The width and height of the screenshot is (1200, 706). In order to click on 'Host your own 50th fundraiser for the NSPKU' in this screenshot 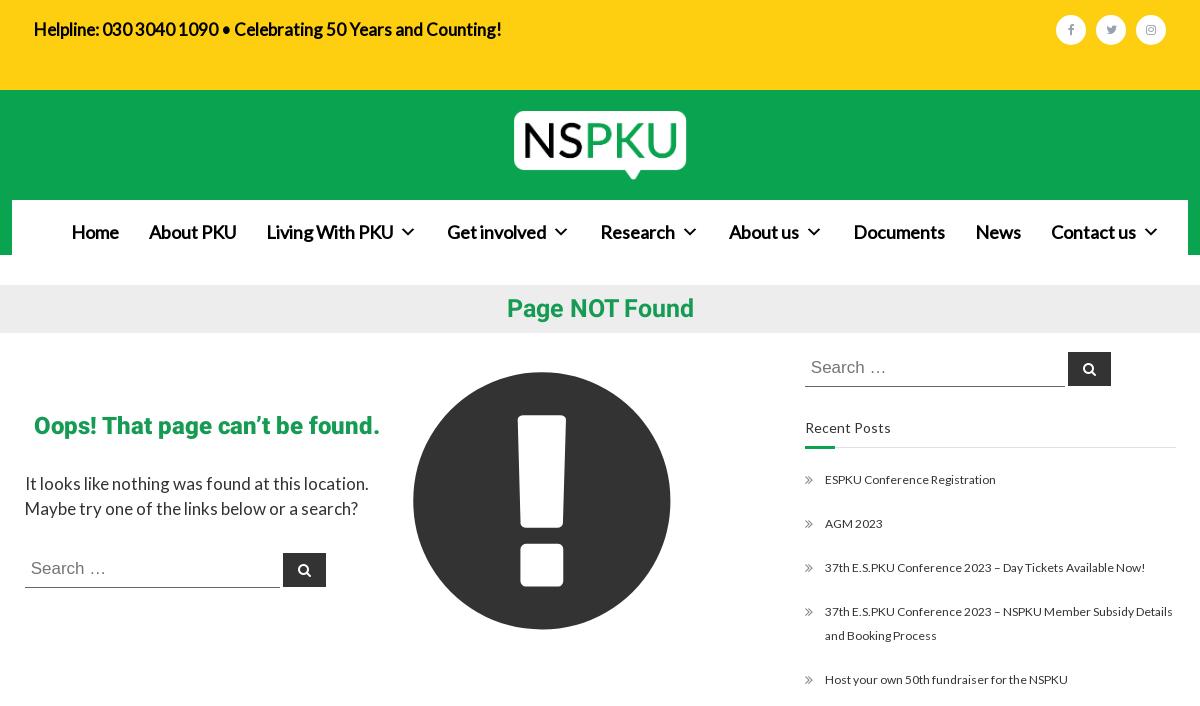, I will do `click(945, 678)`.